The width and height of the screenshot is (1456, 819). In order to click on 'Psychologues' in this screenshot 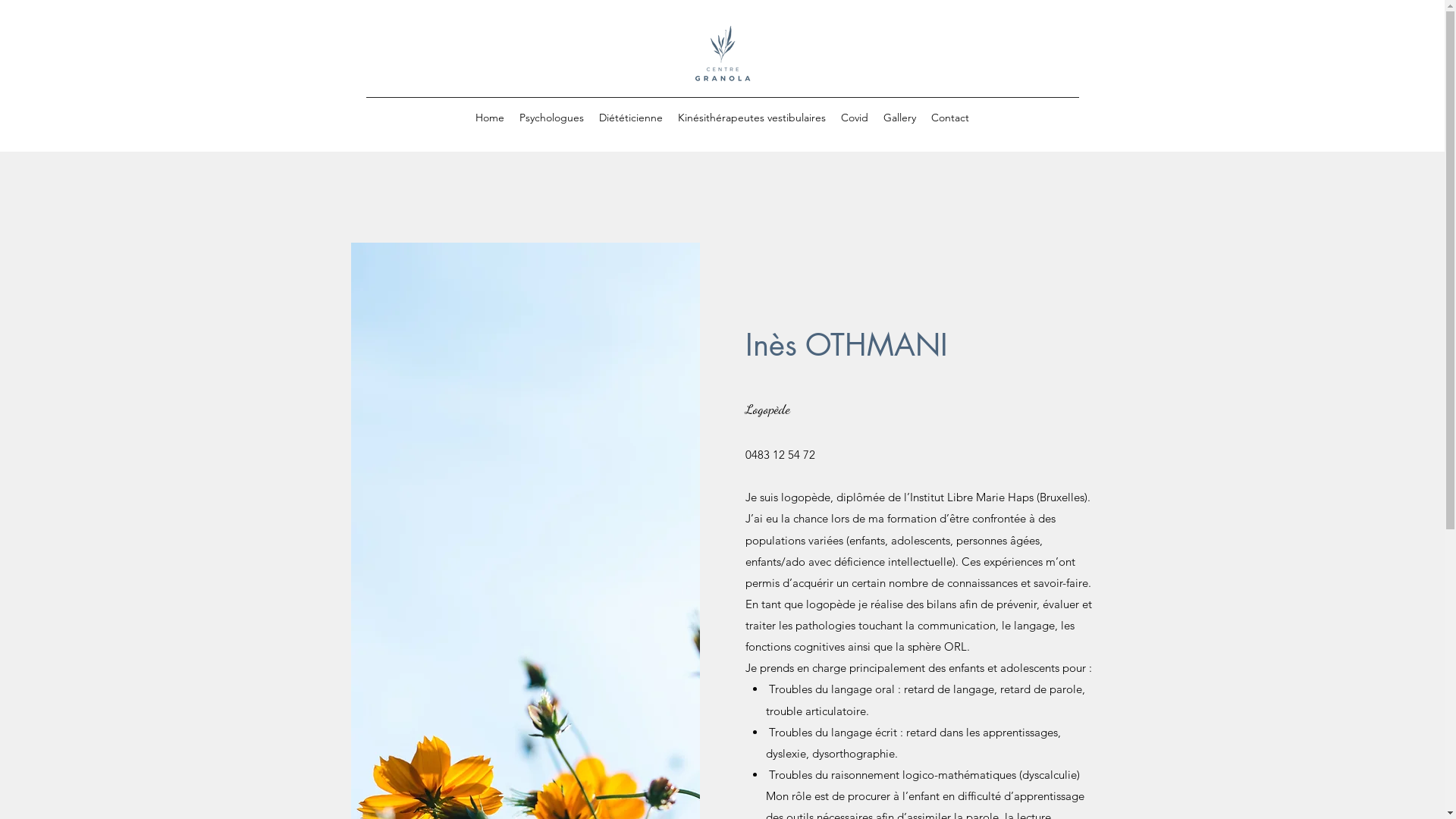, I will do `click(551, 116)`.